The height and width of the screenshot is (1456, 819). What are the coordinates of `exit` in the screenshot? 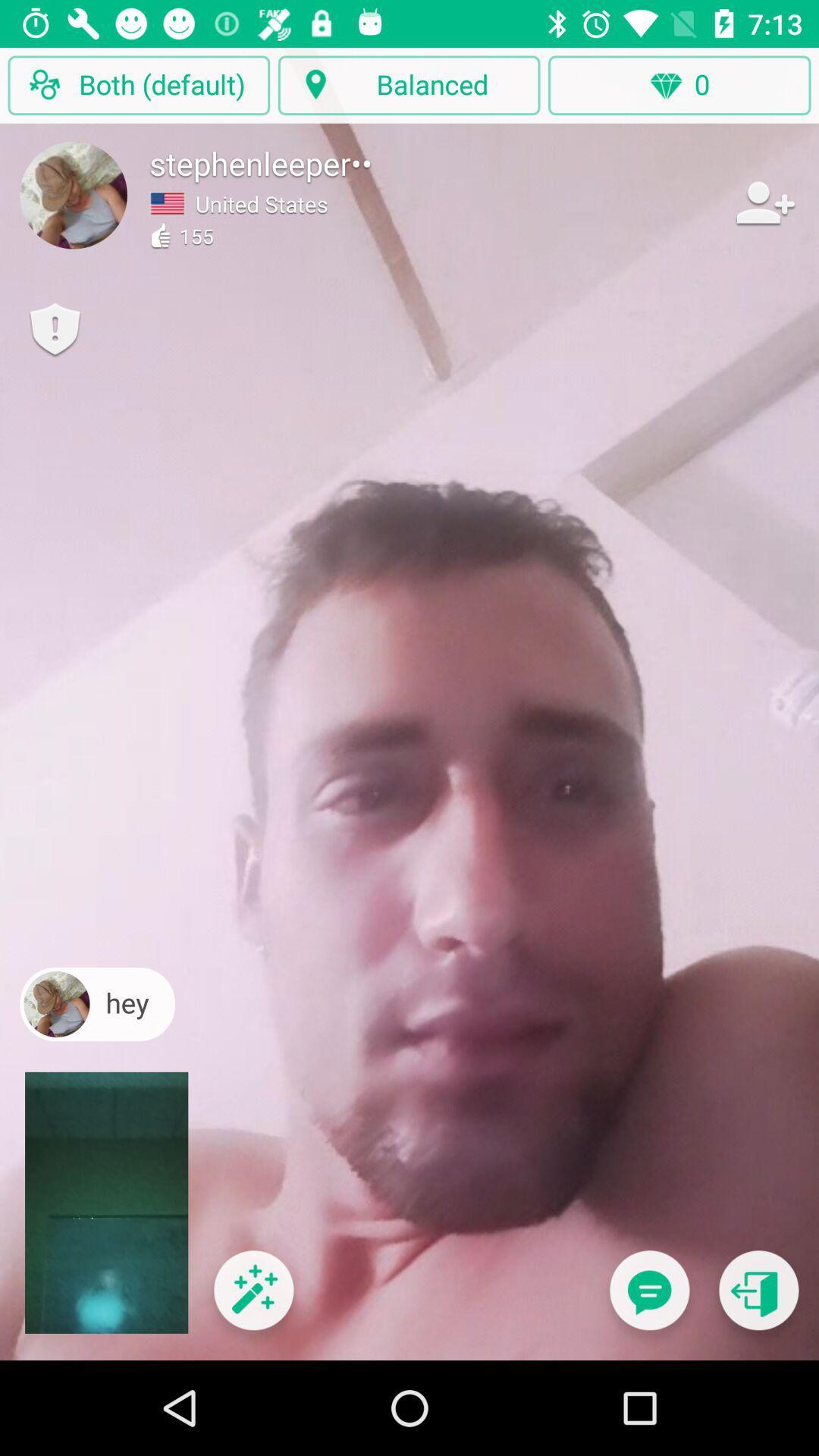 It's located at (758, 1299).